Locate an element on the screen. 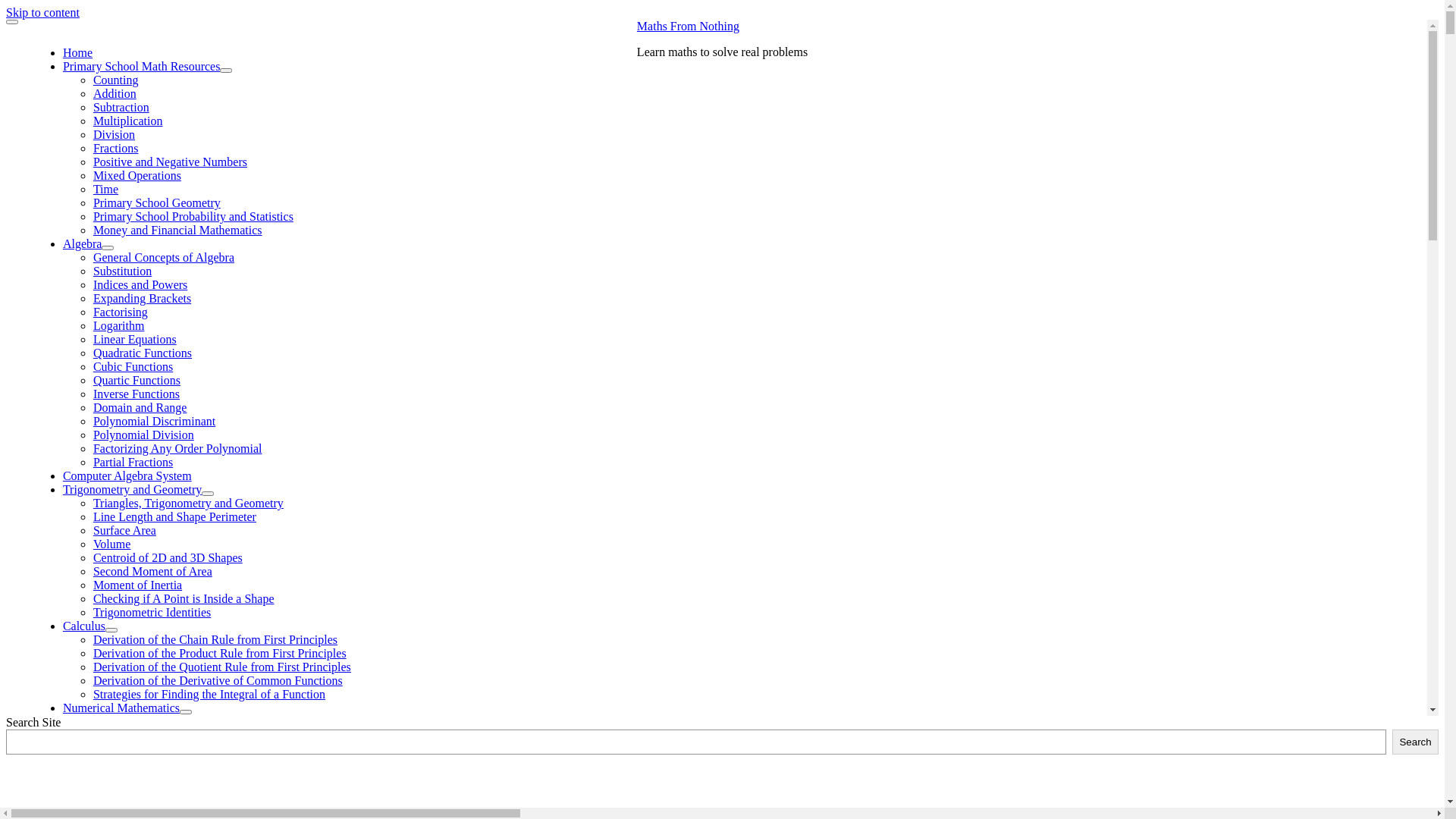 The width and height of the screenshot is (1456, 819). 'Search' is located at coordinates (1414, 741).